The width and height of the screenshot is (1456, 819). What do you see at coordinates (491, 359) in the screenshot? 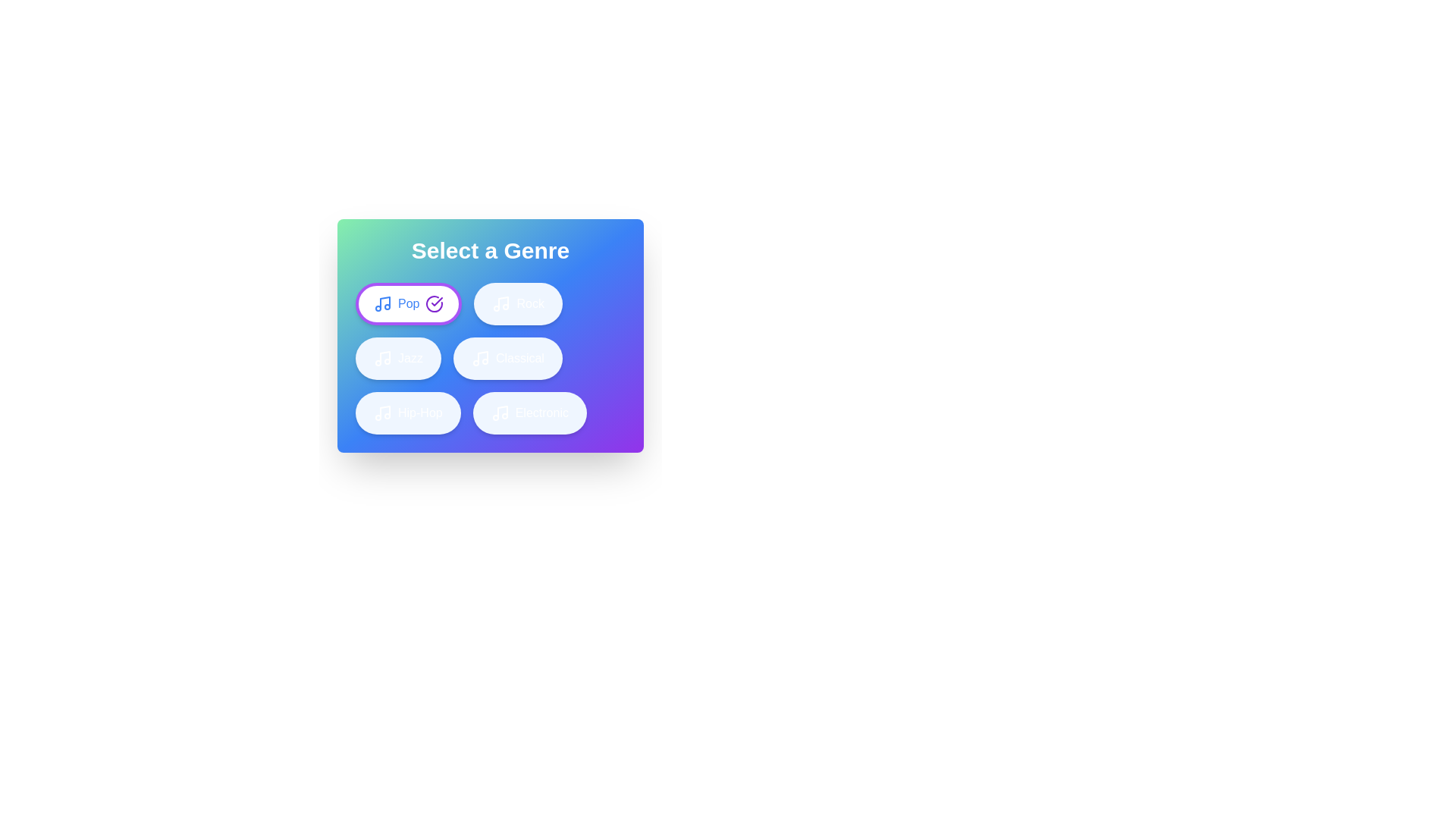
I see `the 'Classical' button in the grid of musical genres` at bounding box center [491, 359].